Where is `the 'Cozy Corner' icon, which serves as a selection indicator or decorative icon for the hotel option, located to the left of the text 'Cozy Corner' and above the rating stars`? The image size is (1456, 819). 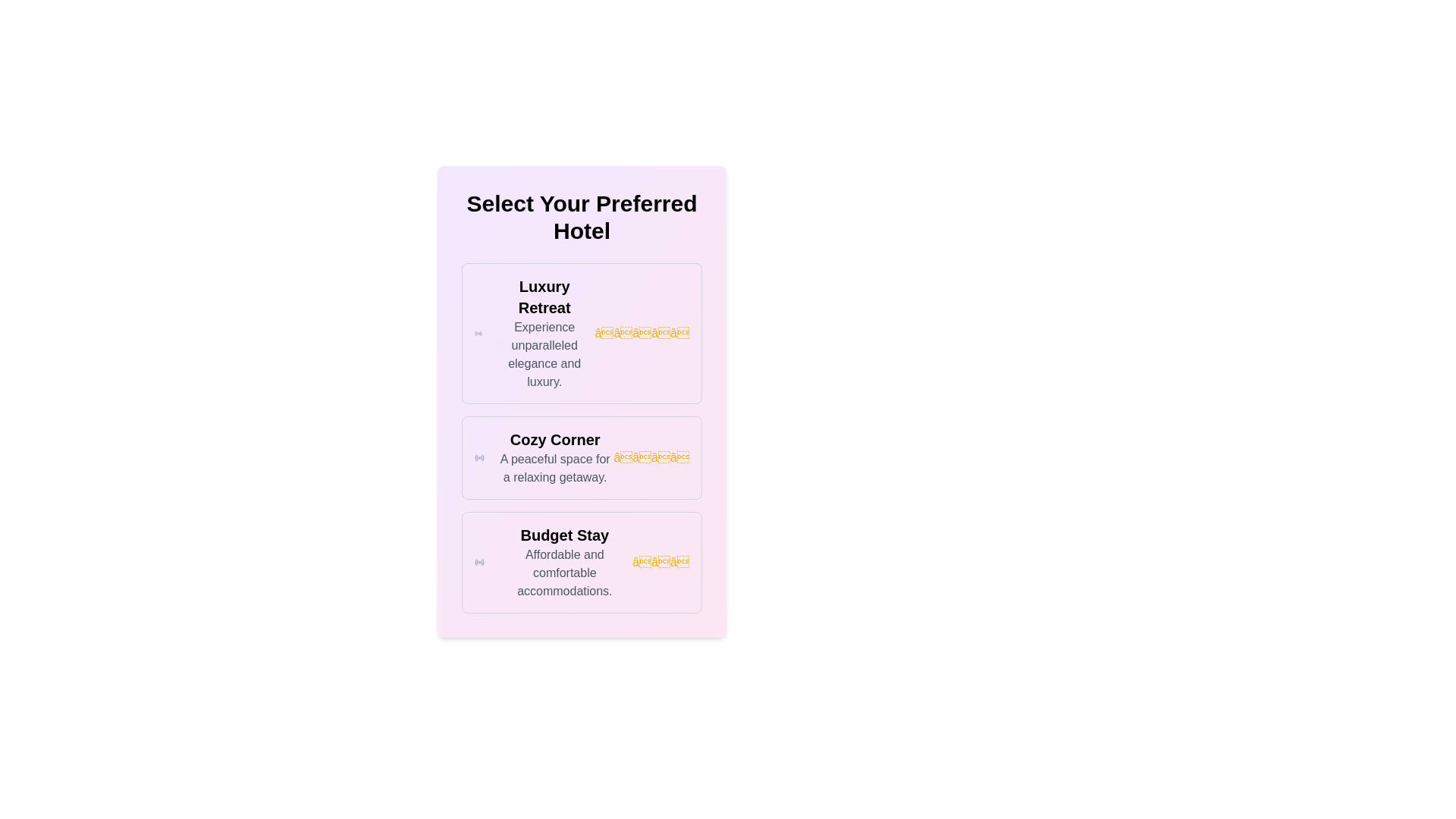
the 'Cozy Corner' icon, which serves as a selection indicator or decorative icon for the hotel option, located to the left of the text 'Cozy Corner' and above the rating stars is located at coordinates (479, 457).